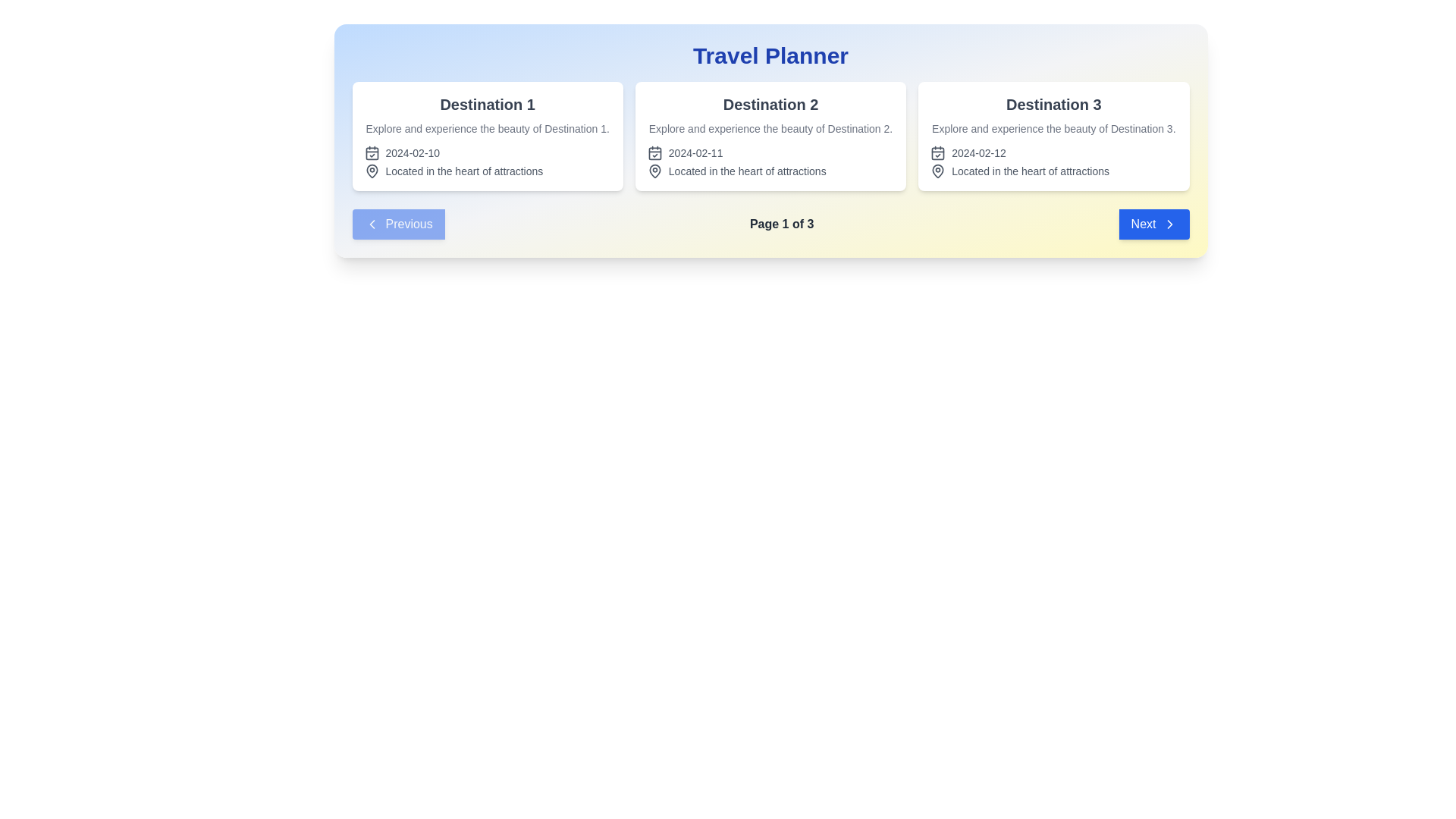 The width and height of the screenshot is (1456, 819). What do you see at coordinates (937, 152) in the screenshot?
I see `the calendar icon representing the date '2024-02-12' in the 'Destination 3' section as a static informative element` at bounding box center [937, 152].